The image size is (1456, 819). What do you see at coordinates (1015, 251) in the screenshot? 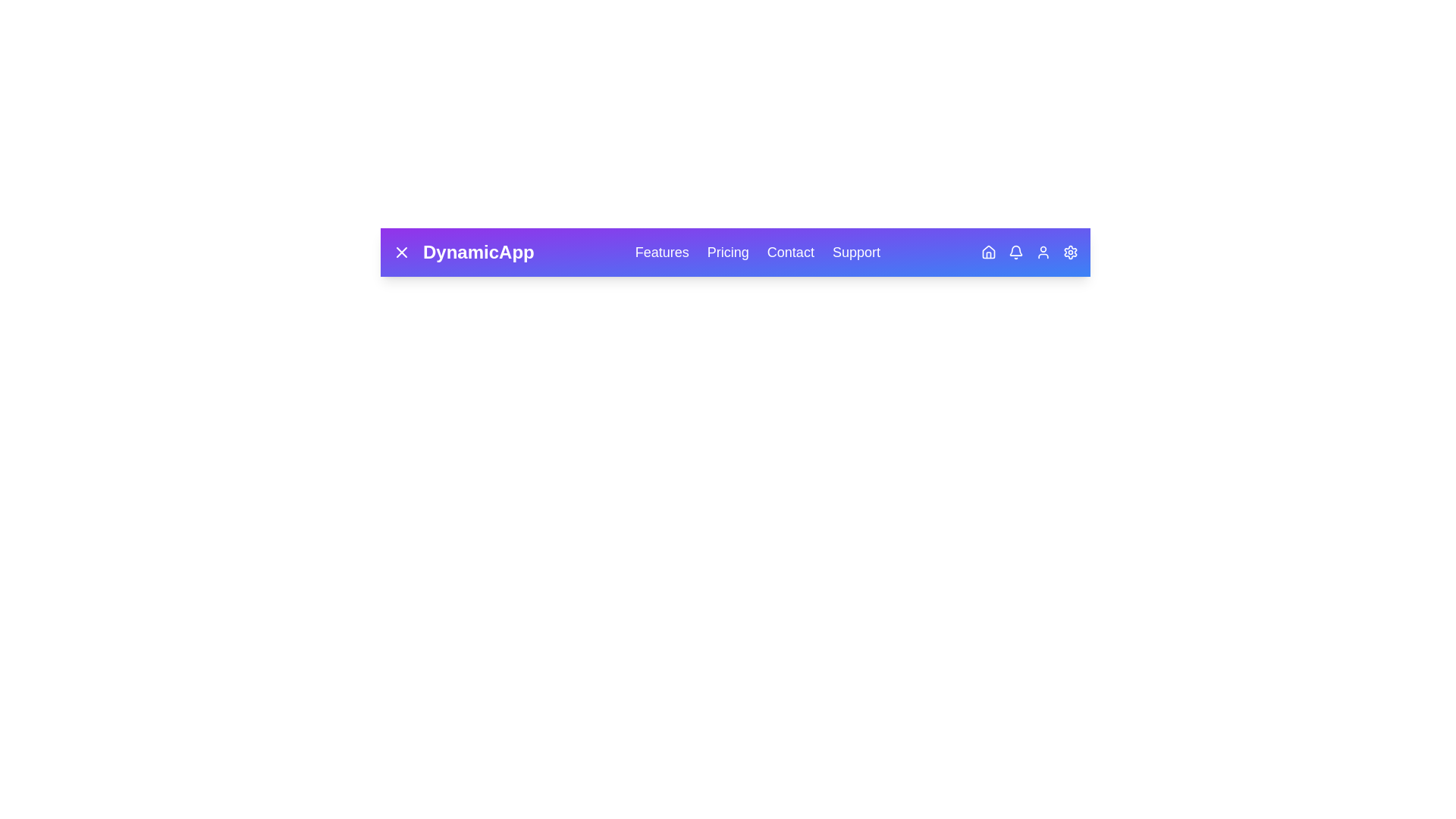
I see `the Notifications icon in the DynamicAppBar` at bounding box center [1015, 251].